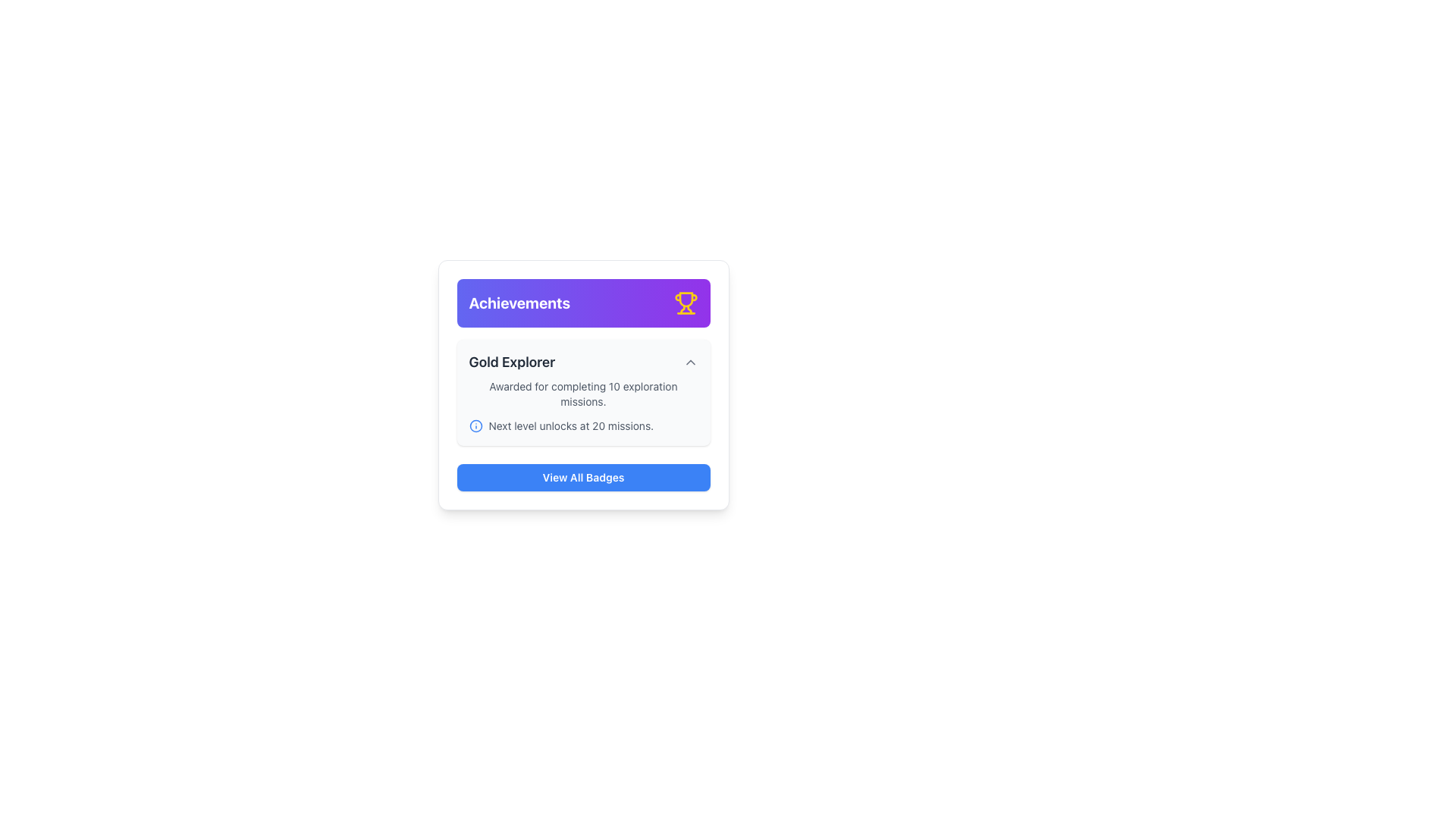 This screenshot has height=819, width=1456. What do you see at coordinates (685, 303) in the screenshot?
I see `the trophy-shaped icon styled in yellow located on the top-right corner of the purple header bar labeled 'Achievements'` at bounding box center [685, 303].